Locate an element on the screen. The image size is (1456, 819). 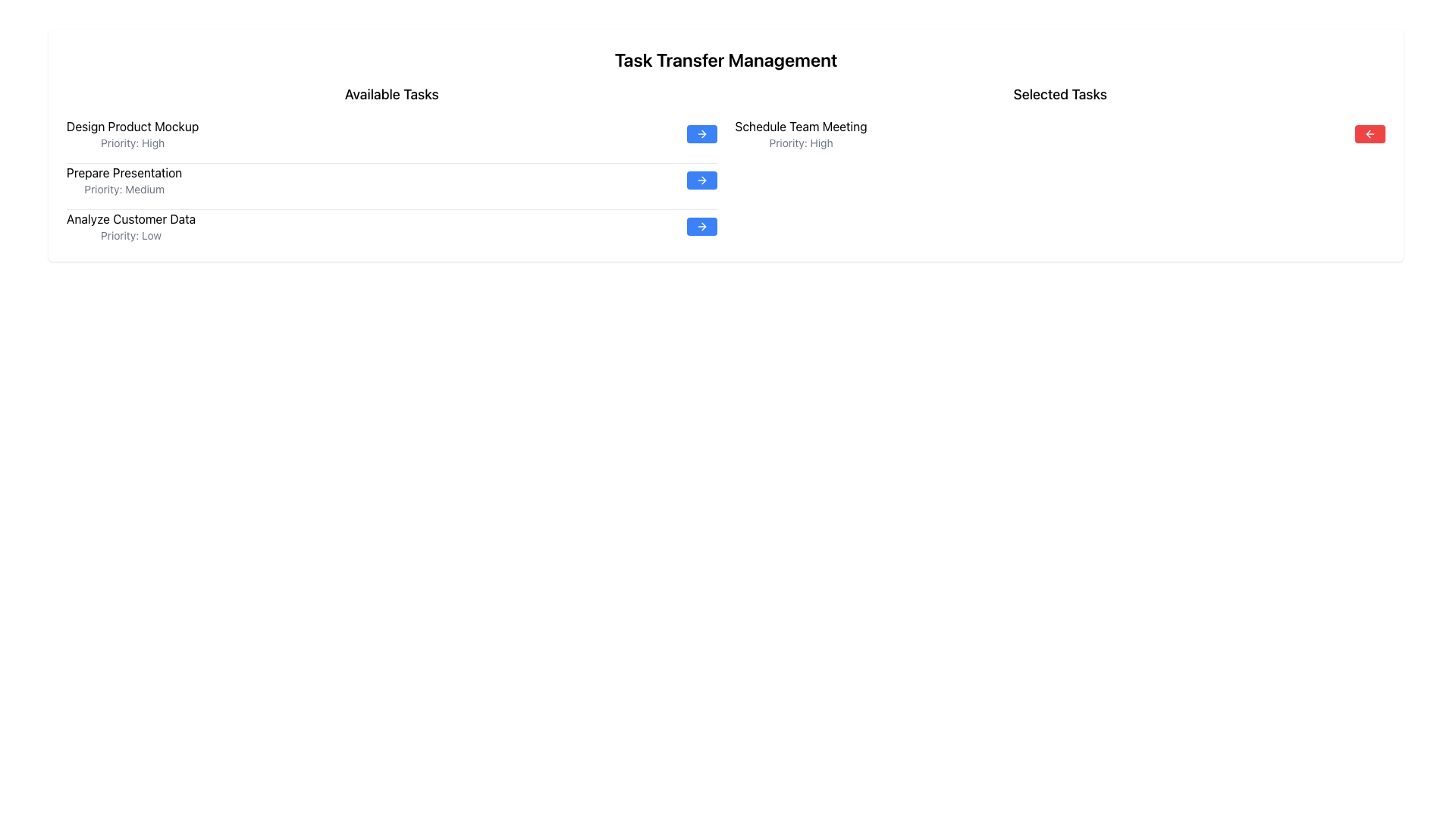
the 'Prepare Presentation' text label which displays in bold within the 'Available Tasks' section, positioned above 'Analyze Customer Data' and below 'Design Product Mockup' is located at coordinates (124, 171).